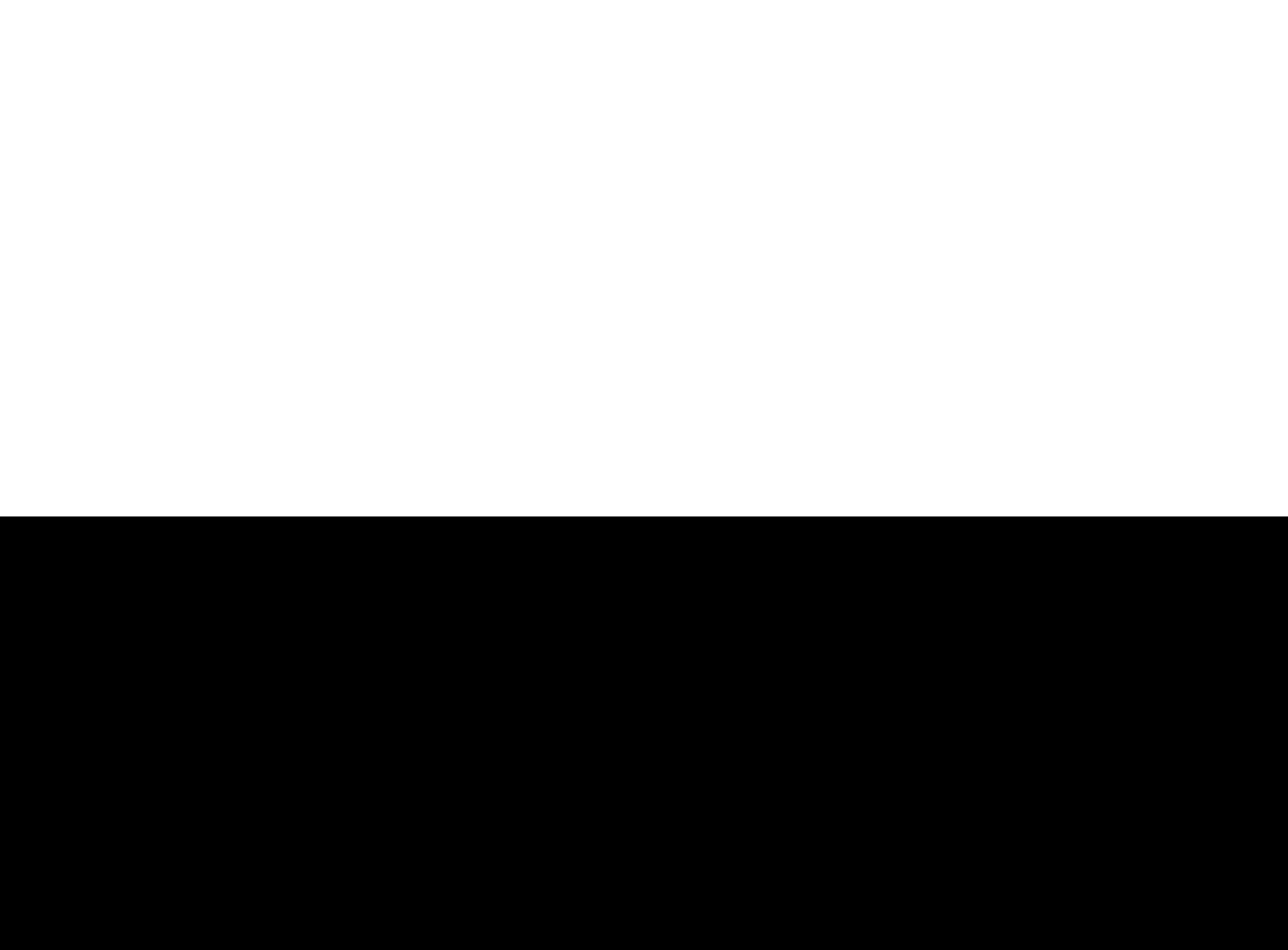 This screenshot has width=1288, height=950. What do you see at coordinates (935, 575) in the screenshot?
I see `'About TNW'` at bounding box center [935, 575].